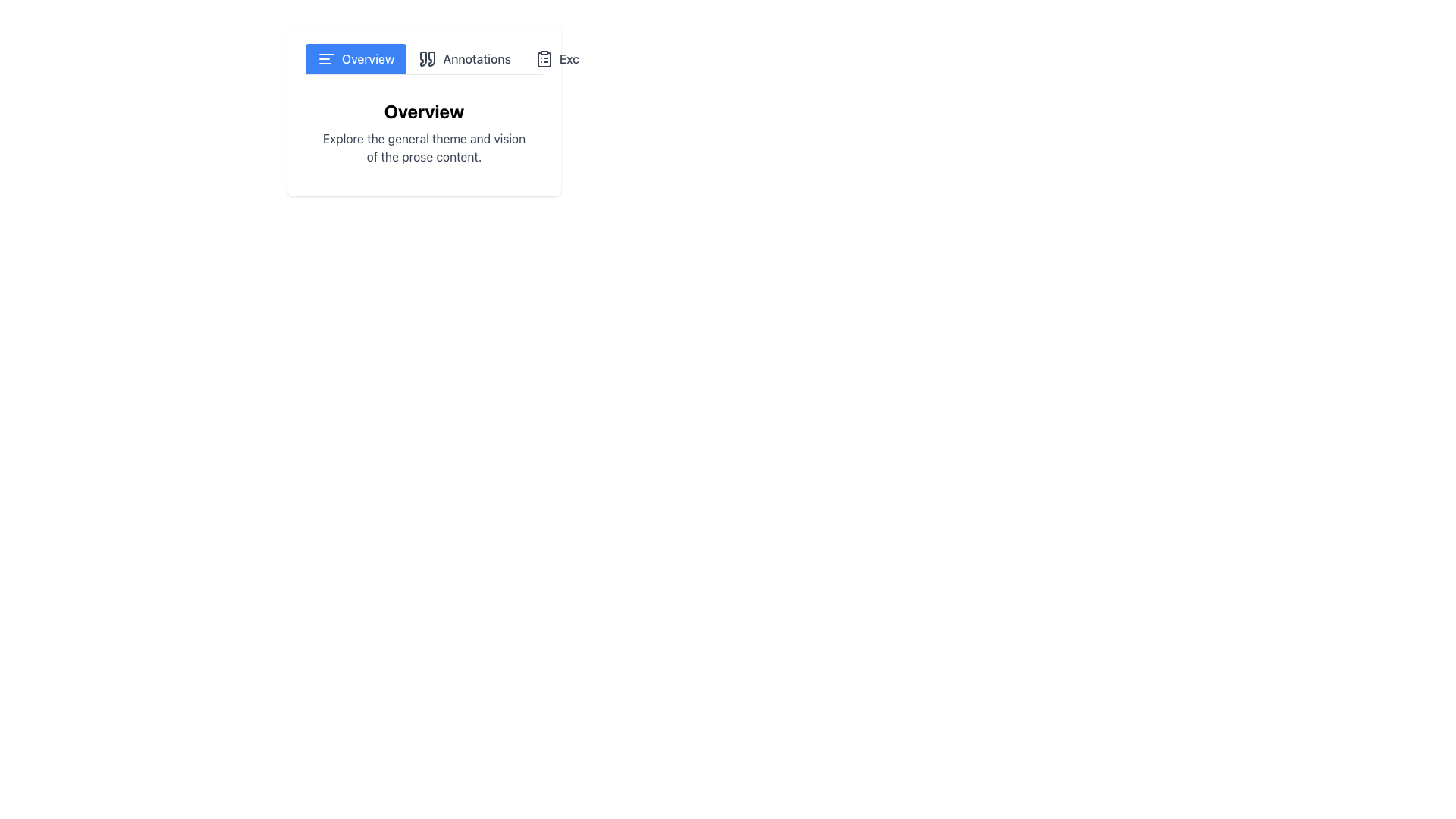 The width and height of the screenshot is (1456, 819). What do you see at coordinates (544, 58) in the screenshot?
I see `the clipboard icon located within the 'Excerpts' button at the far right of the navigation bar, which visually indicates the section for saved content` at bounding box center [544, 58].